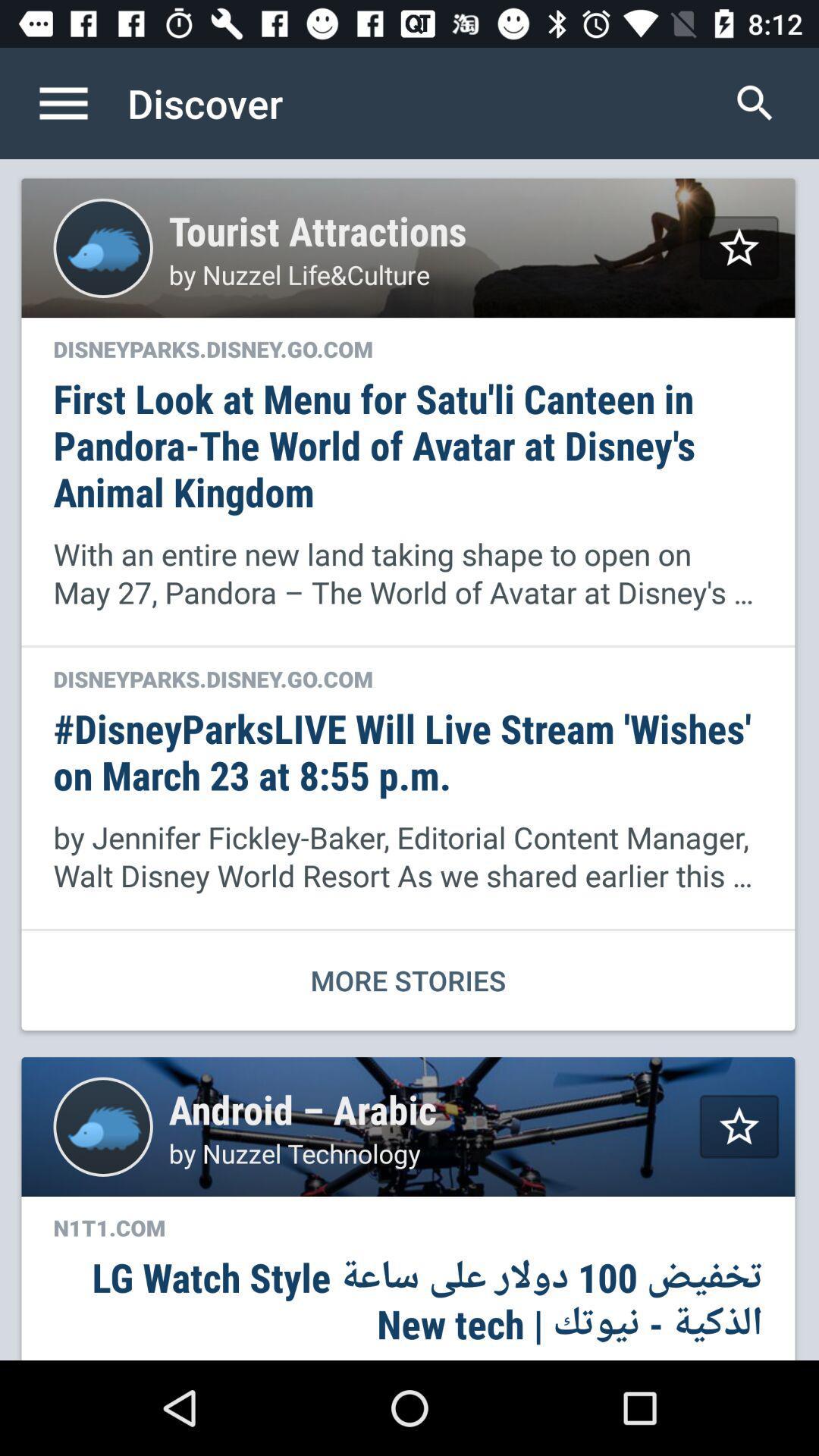 This screenshot has width=819, height=1456. What do you see at coordinates (755, 102) in the screenshot?
I see `the item next to discover icon` at bounding box center [755, 102].